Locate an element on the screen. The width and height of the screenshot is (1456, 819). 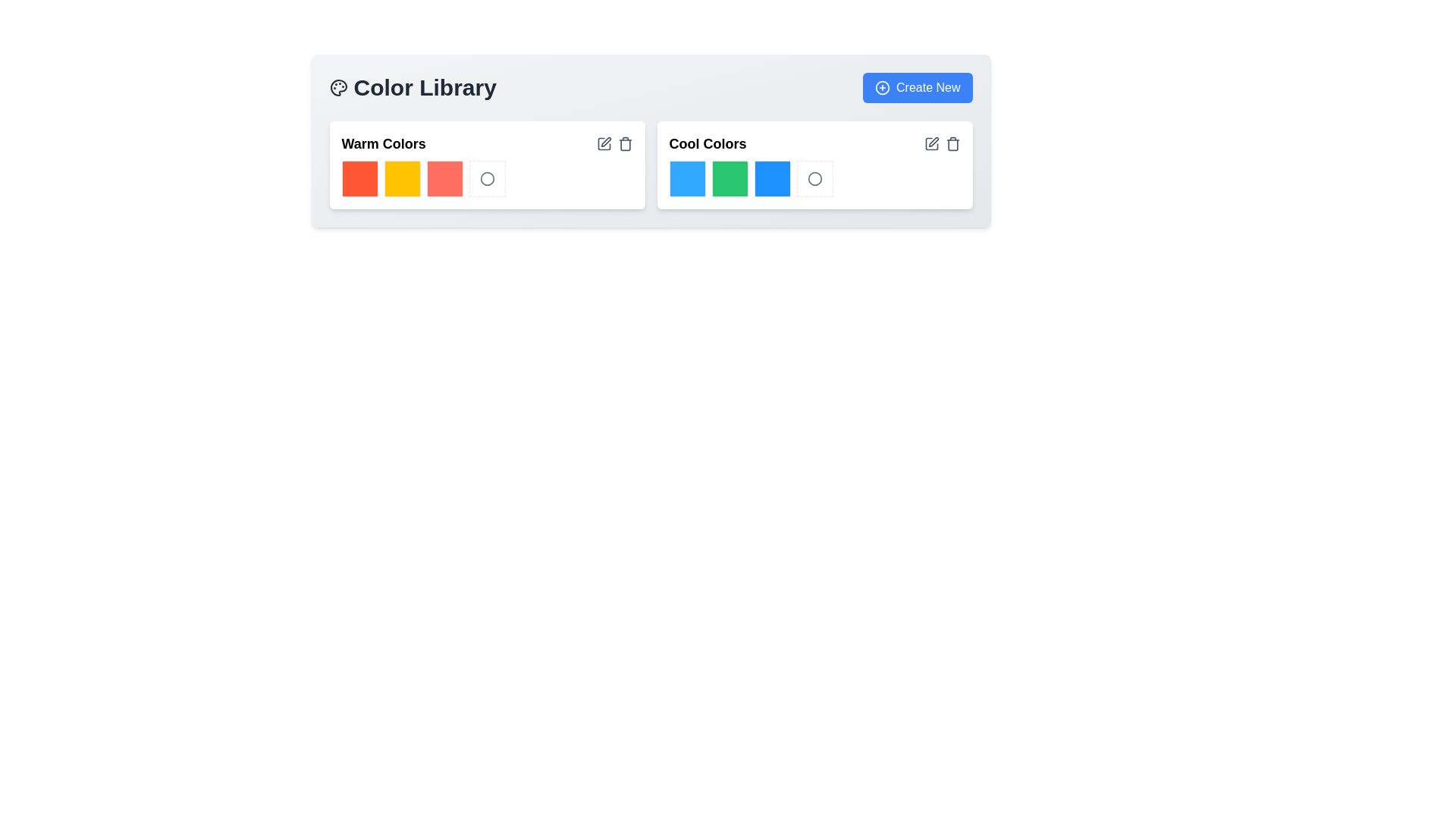
the square button with a dashed border and a centered gray circle icon located in the Cool Colors section is located at coordinates (814, 177).